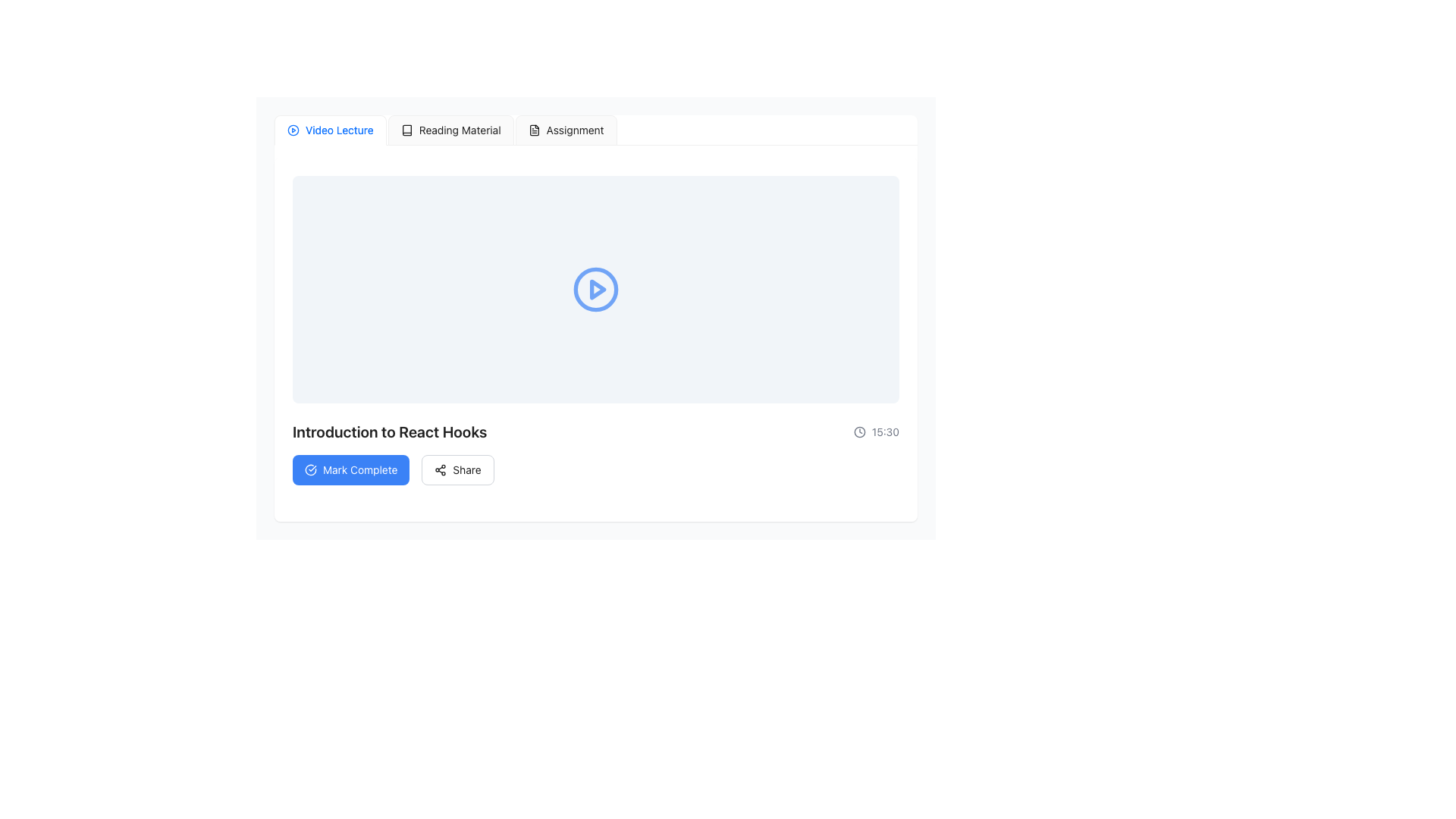 The width and height of the screenshot is (1456, 819). I want to click on the first tab in the horizontal navigation bar at the top of the section, so click(329, 130).